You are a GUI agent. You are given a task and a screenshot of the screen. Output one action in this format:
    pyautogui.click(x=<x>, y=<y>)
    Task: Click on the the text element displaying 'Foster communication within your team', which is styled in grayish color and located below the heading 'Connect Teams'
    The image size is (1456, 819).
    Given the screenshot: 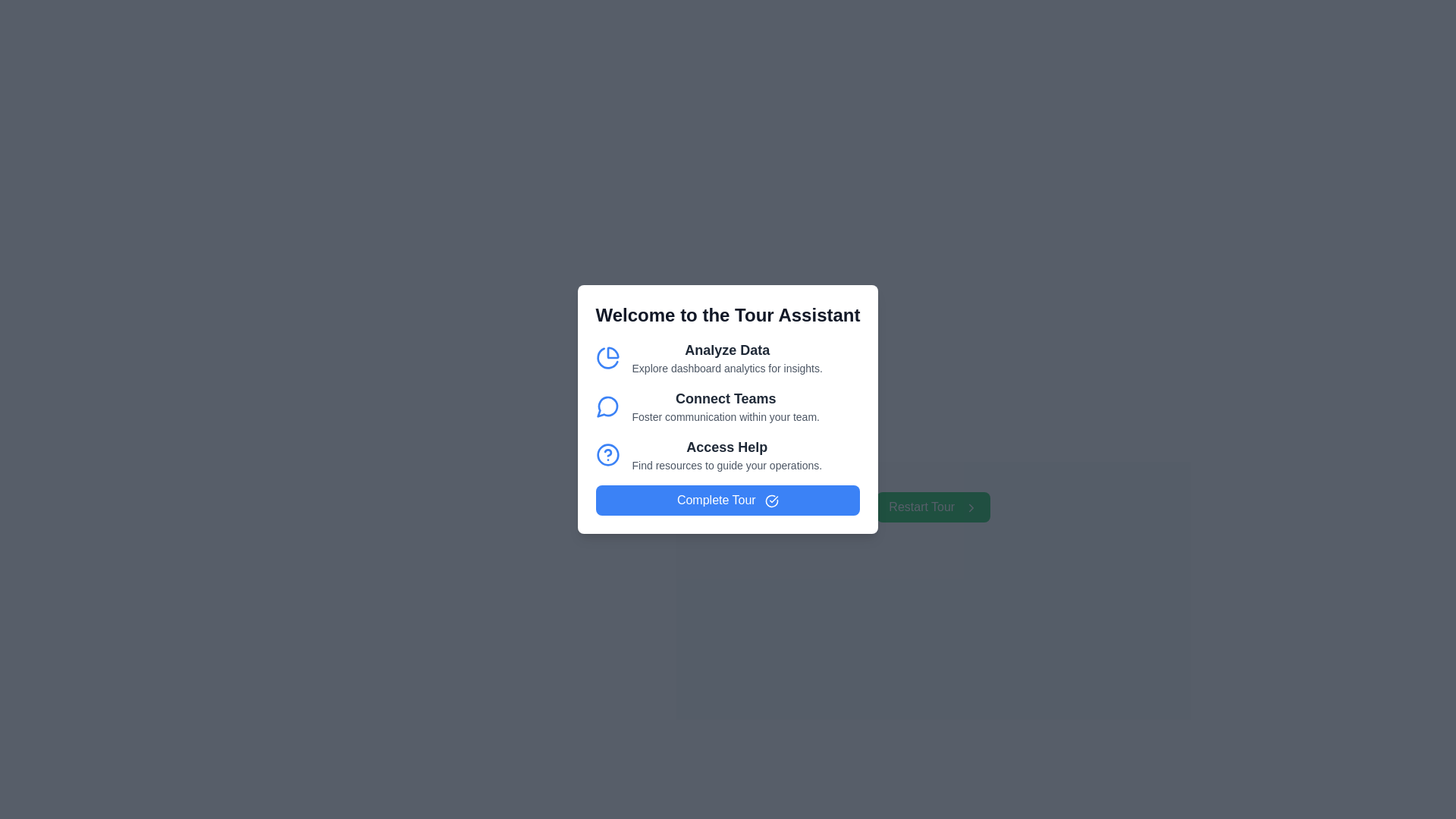 What is the action you would take?
    pyautogui.click(x=725, y=417)
    